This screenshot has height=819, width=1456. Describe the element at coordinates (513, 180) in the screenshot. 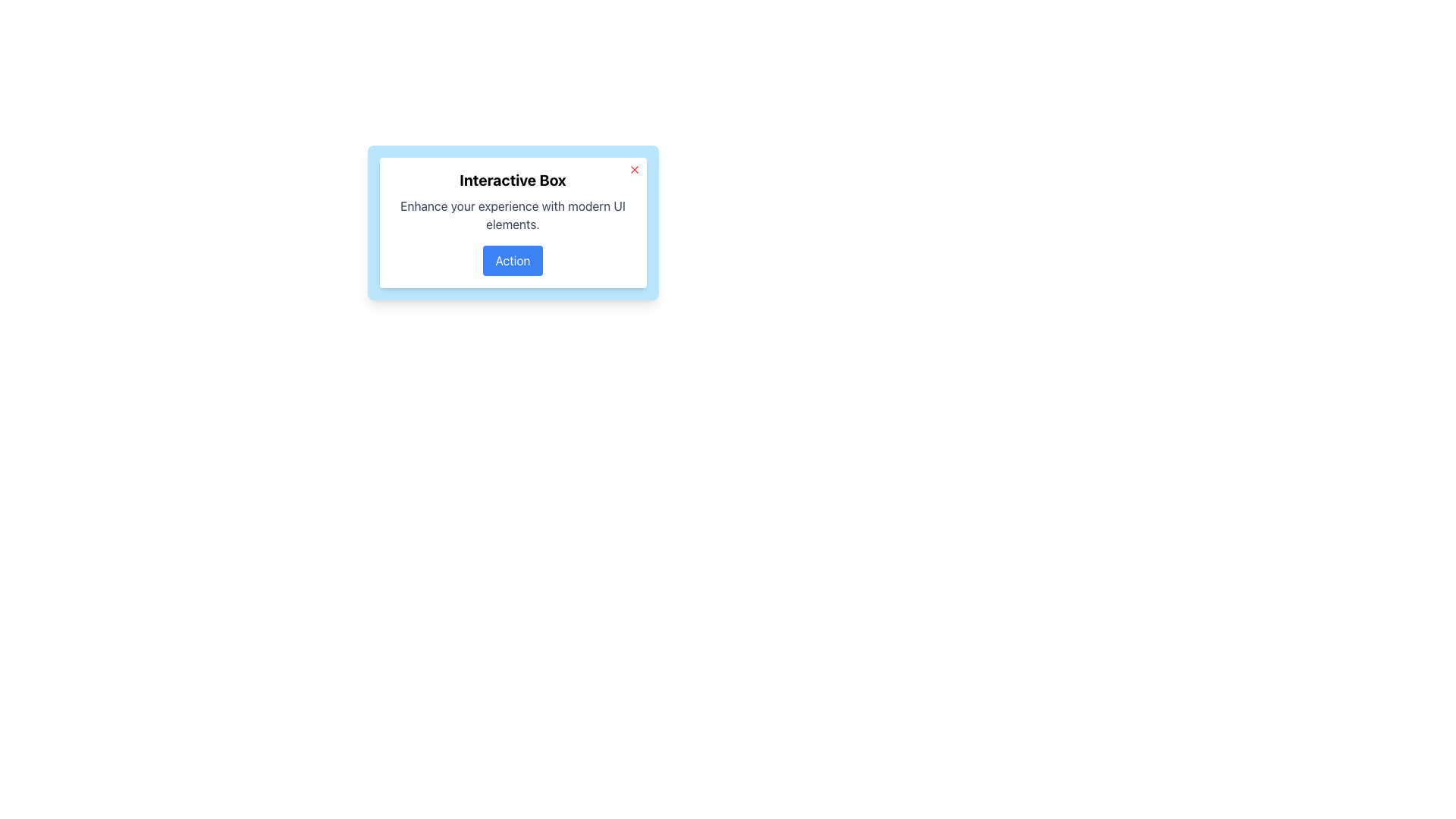

I see `the Text Label that serves as a header within a white, rounded-corner card, positioned centrally in the interface` at that location.